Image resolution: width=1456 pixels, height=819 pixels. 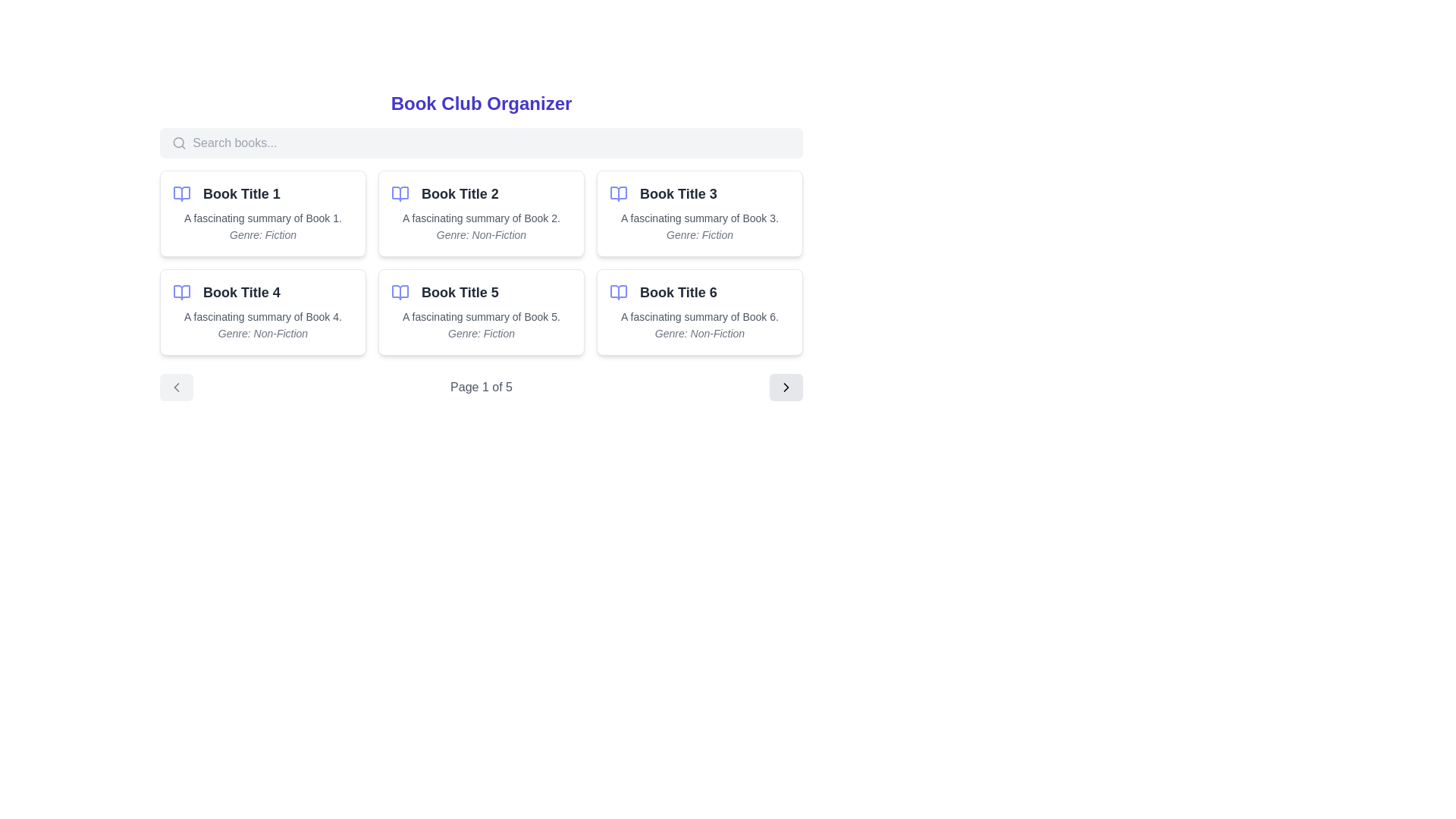 I want to click on the card associated with the icon resembling an open book located to the left of the text 'Book Title 1' in the top left area of the grid layout, so click(x=182, y=193).